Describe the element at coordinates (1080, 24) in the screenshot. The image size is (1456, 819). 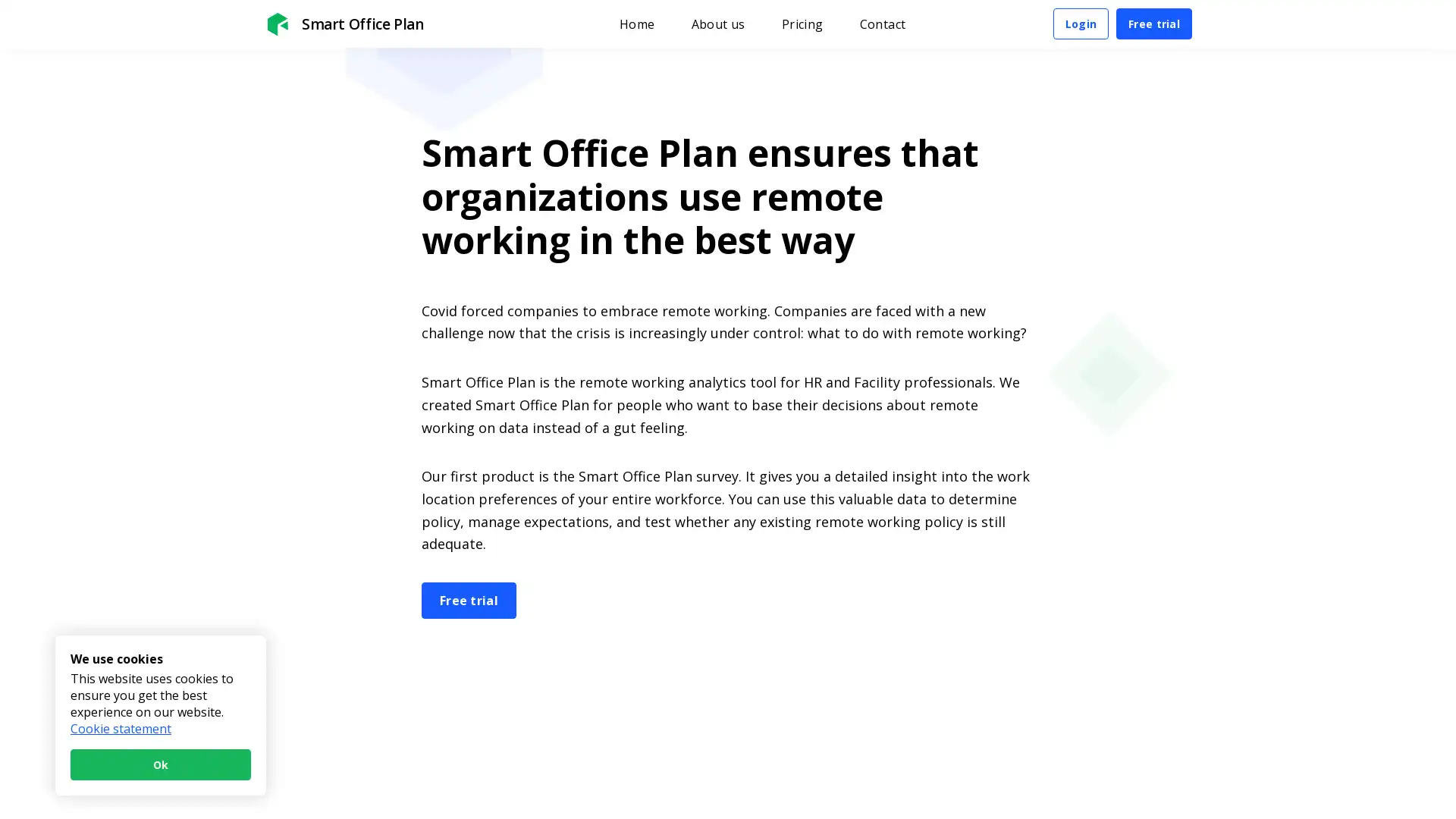
I see `Login` at that location.